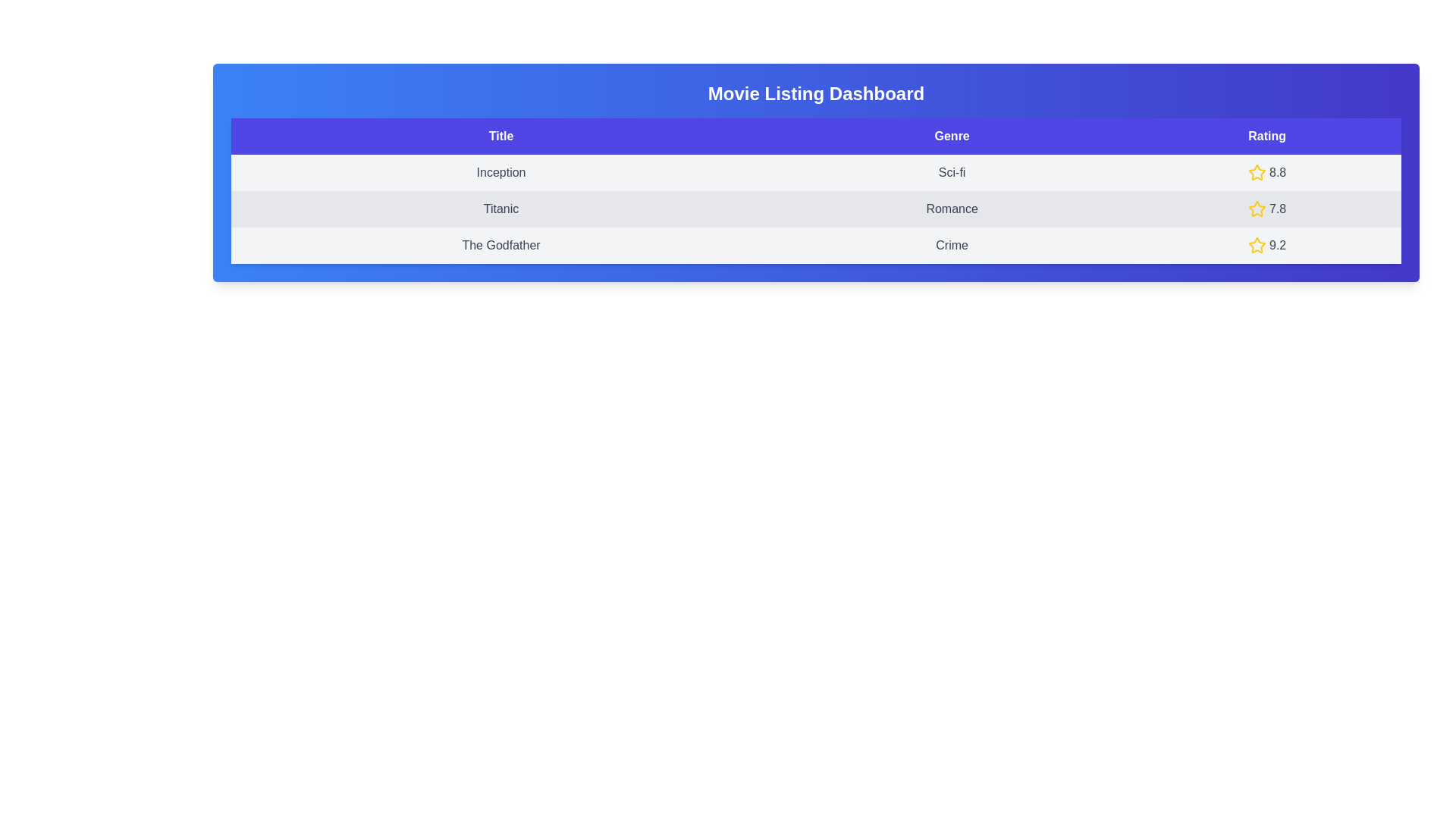  What do you see at coordinates (501, 245) in the screenshot?
I see `text displayed in the label for the movie title 'The Godfather', which is positioned under the 'Title' column in the 'Movie Listing Dashboard'` at bounding box center [501, 245].